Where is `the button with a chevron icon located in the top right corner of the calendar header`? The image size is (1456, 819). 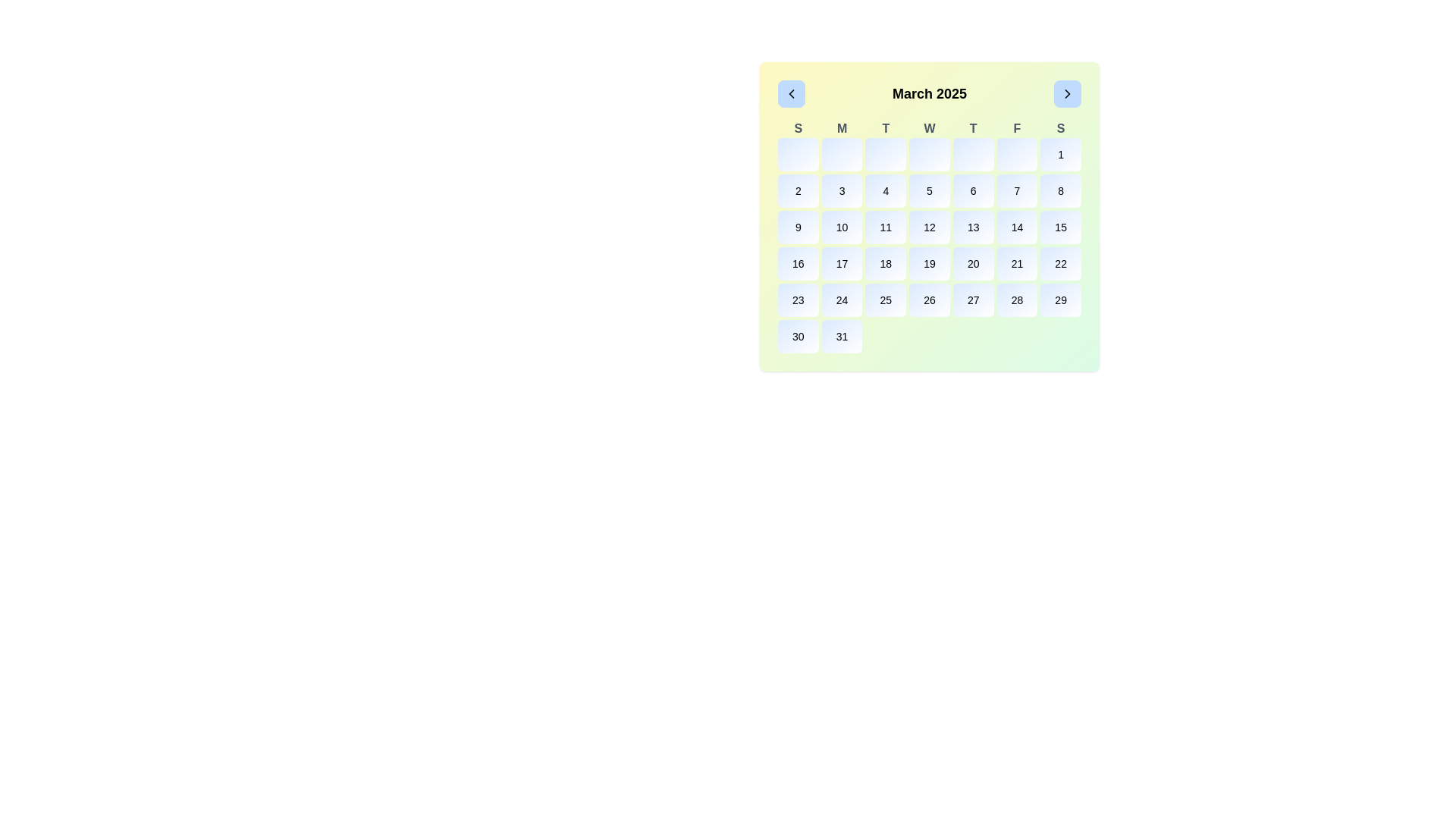
the button with a chevron icon located in the top right corner of the calendar header is located at coordinates (1066, 93).